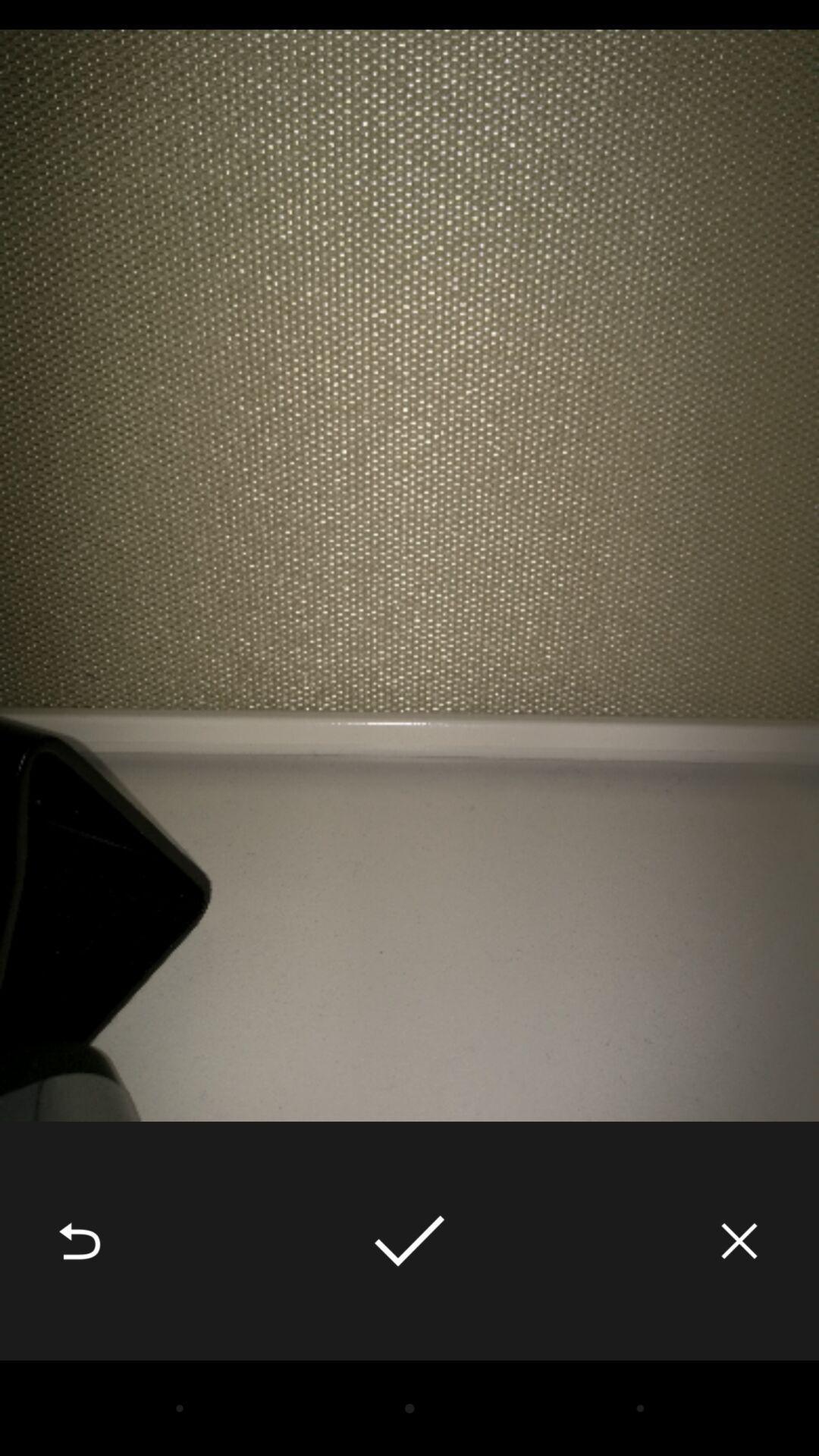 The width and height of the screenshot is (819, 1456). Describe the element at coordinates (79, 1241) in the screenshot. I see `the item at the bottom left corner` at that location.